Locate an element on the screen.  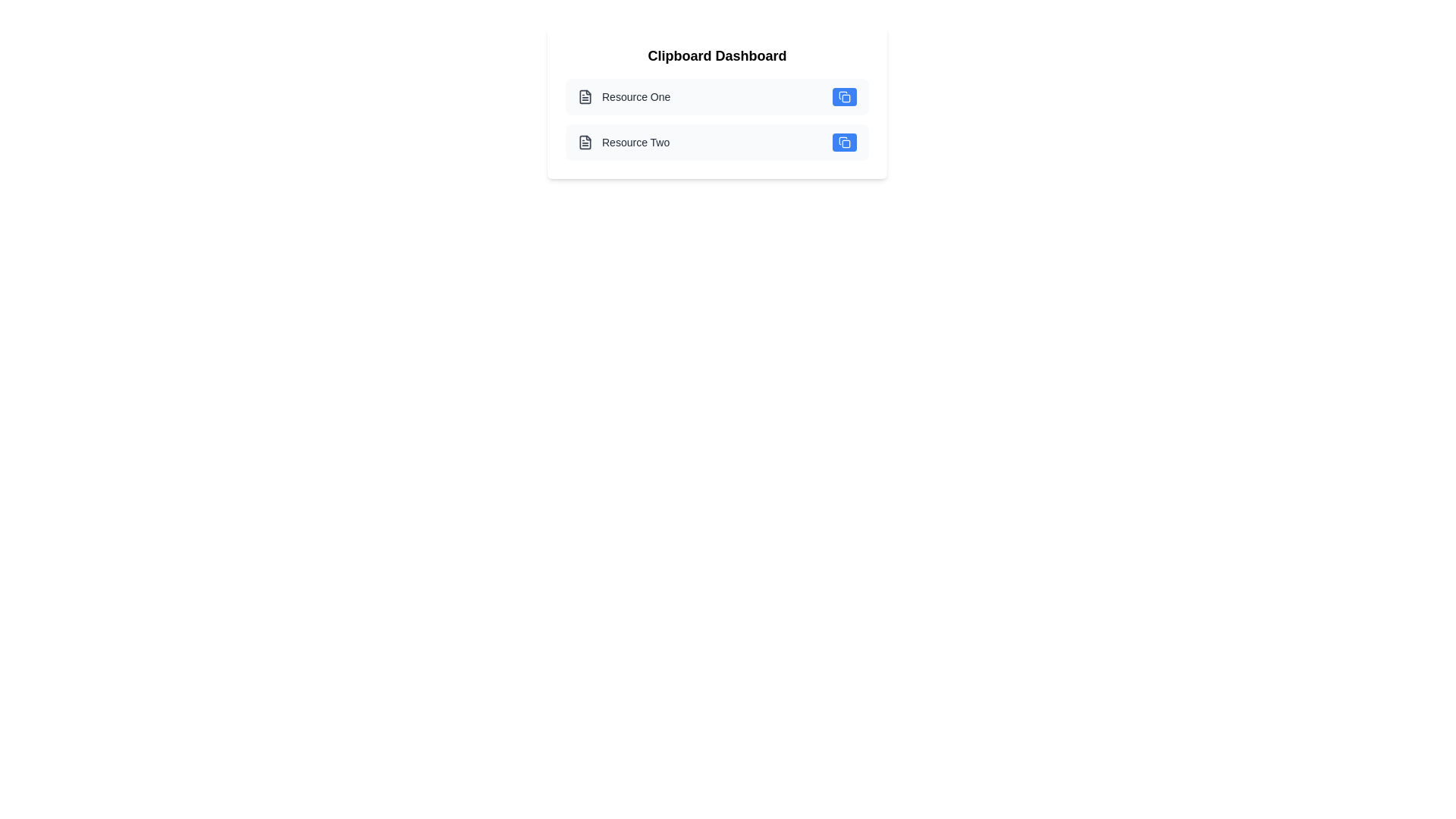
the list item displaying 'Resource Two' which is part of a vertically stacked list and follows 'Resource One' is located at coordinates (623, 143).